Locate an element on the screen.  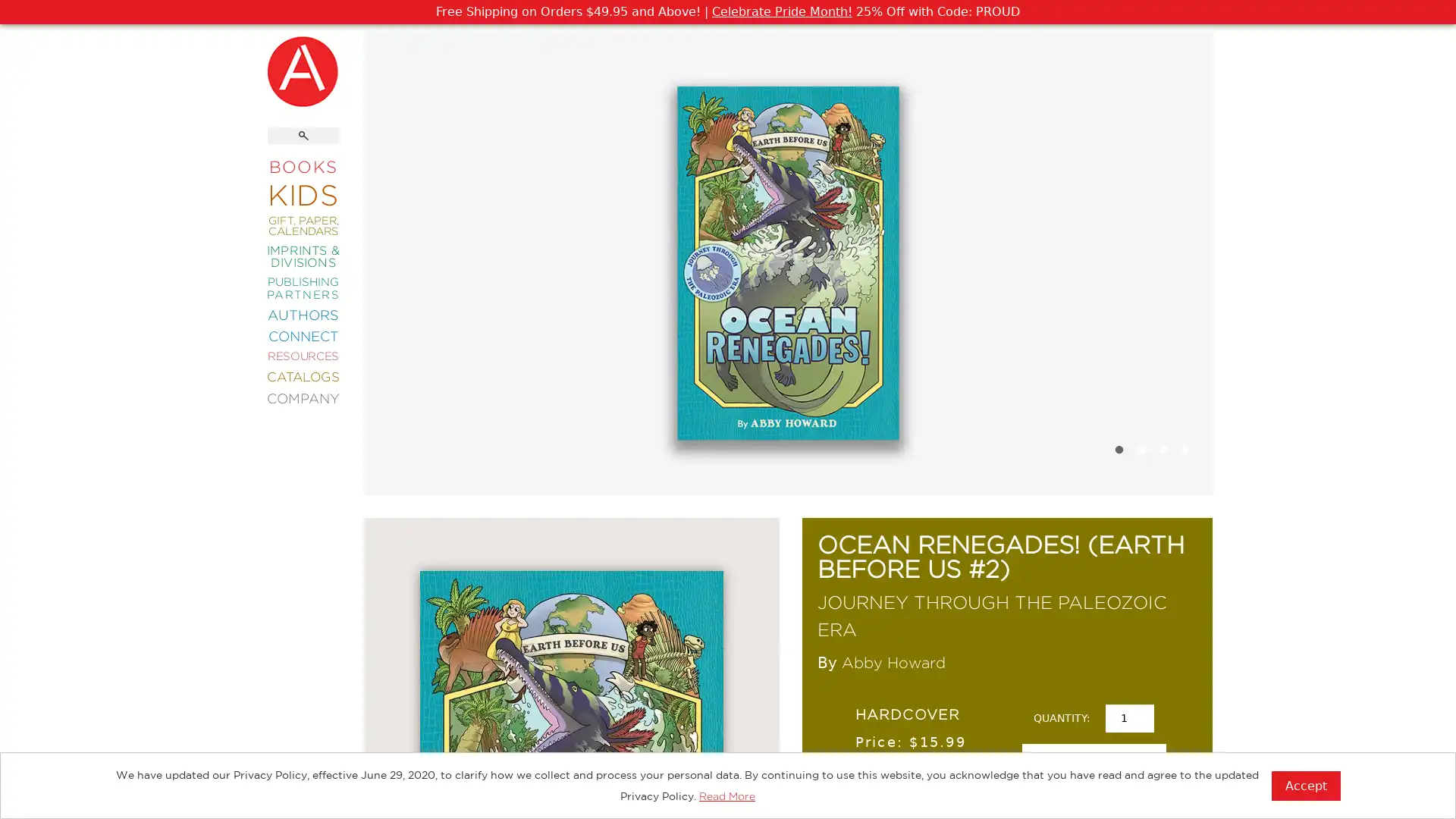
GIFT, PAPER, CALENDARS is located at coordinates (303, 225).